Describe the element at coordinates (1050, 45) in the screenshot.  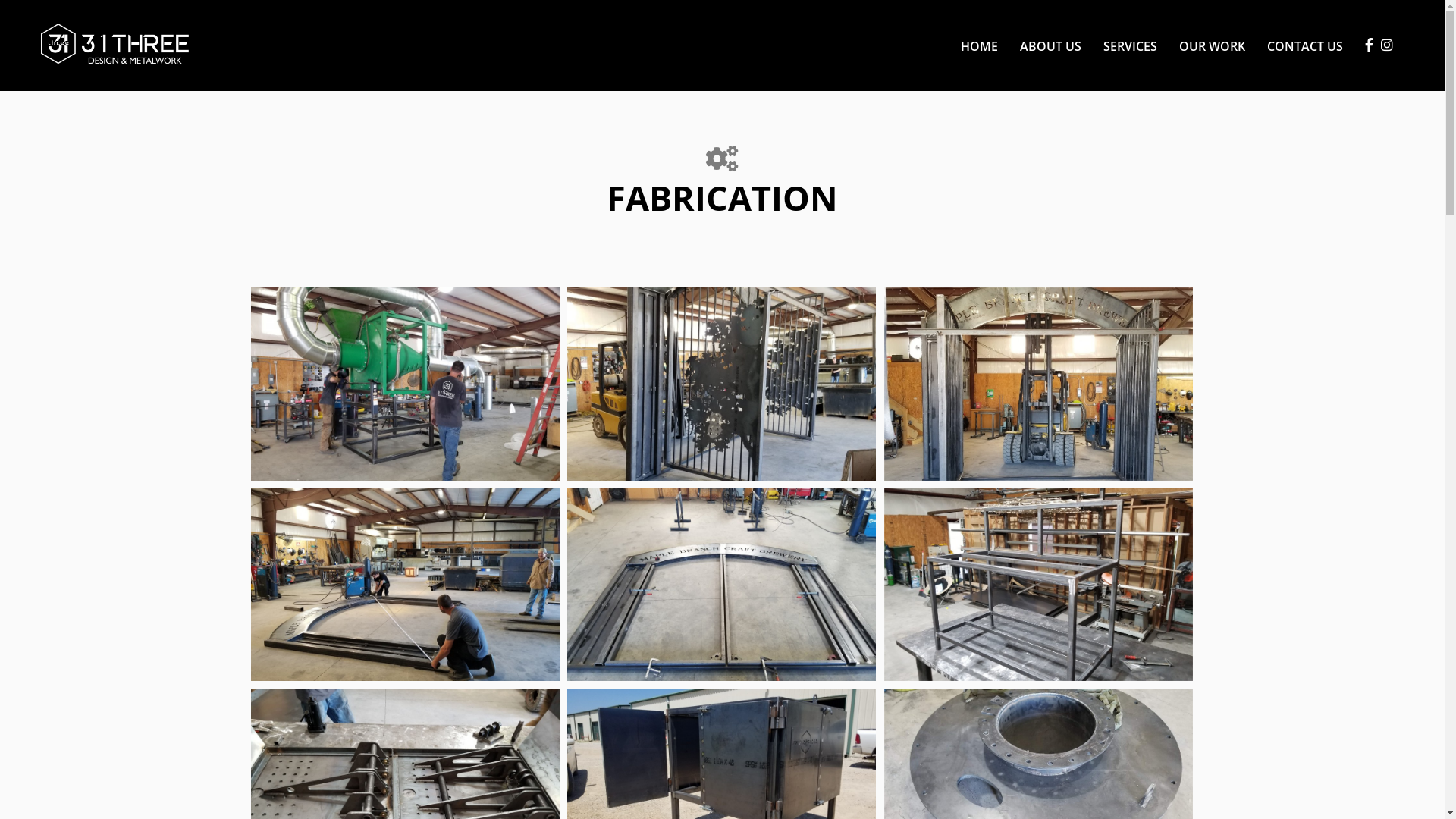
I see `'ABOUT US'` at that location.